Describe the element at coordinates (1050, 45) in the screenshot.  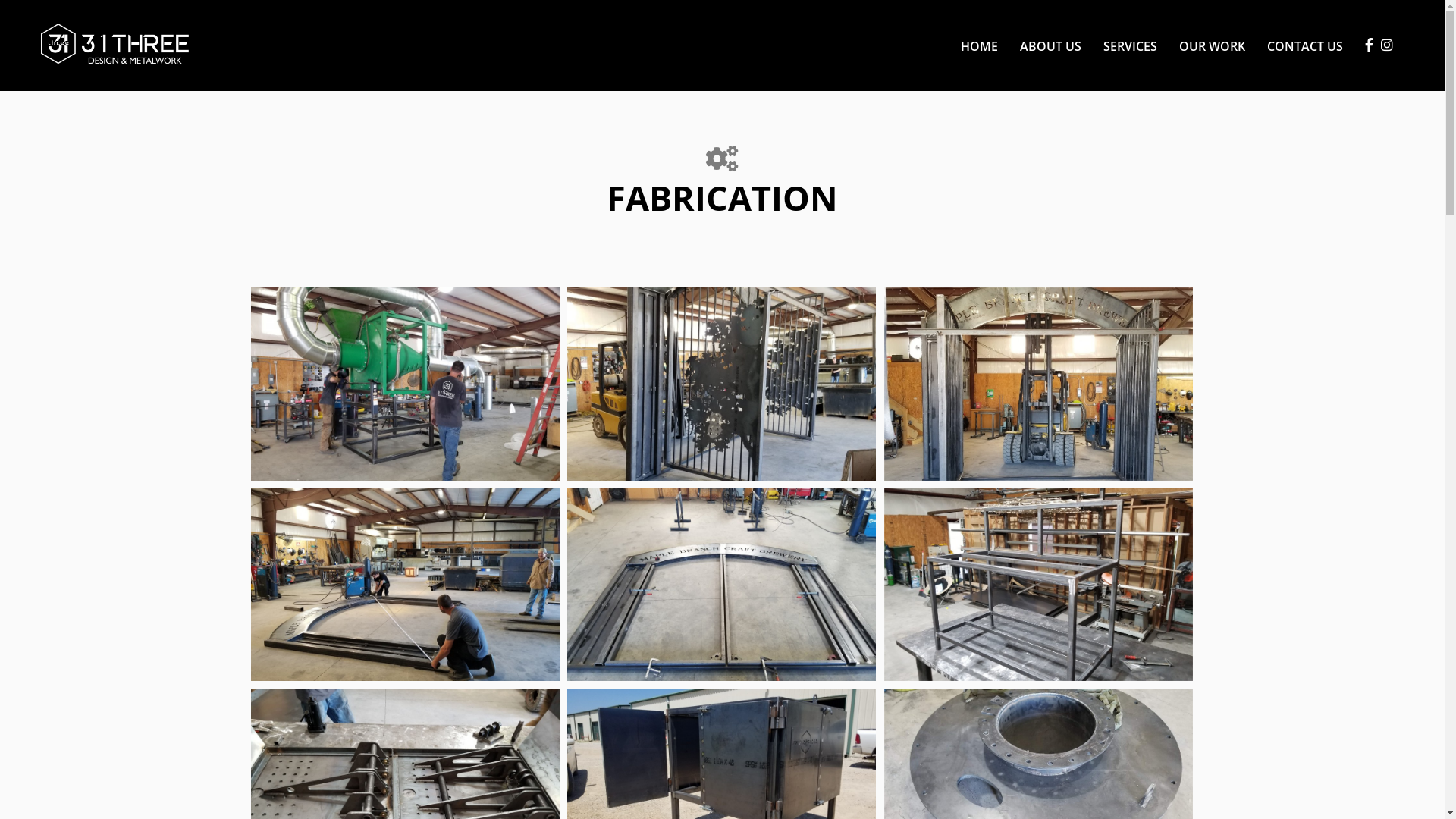
I see `'ABOUT US'` at that location.